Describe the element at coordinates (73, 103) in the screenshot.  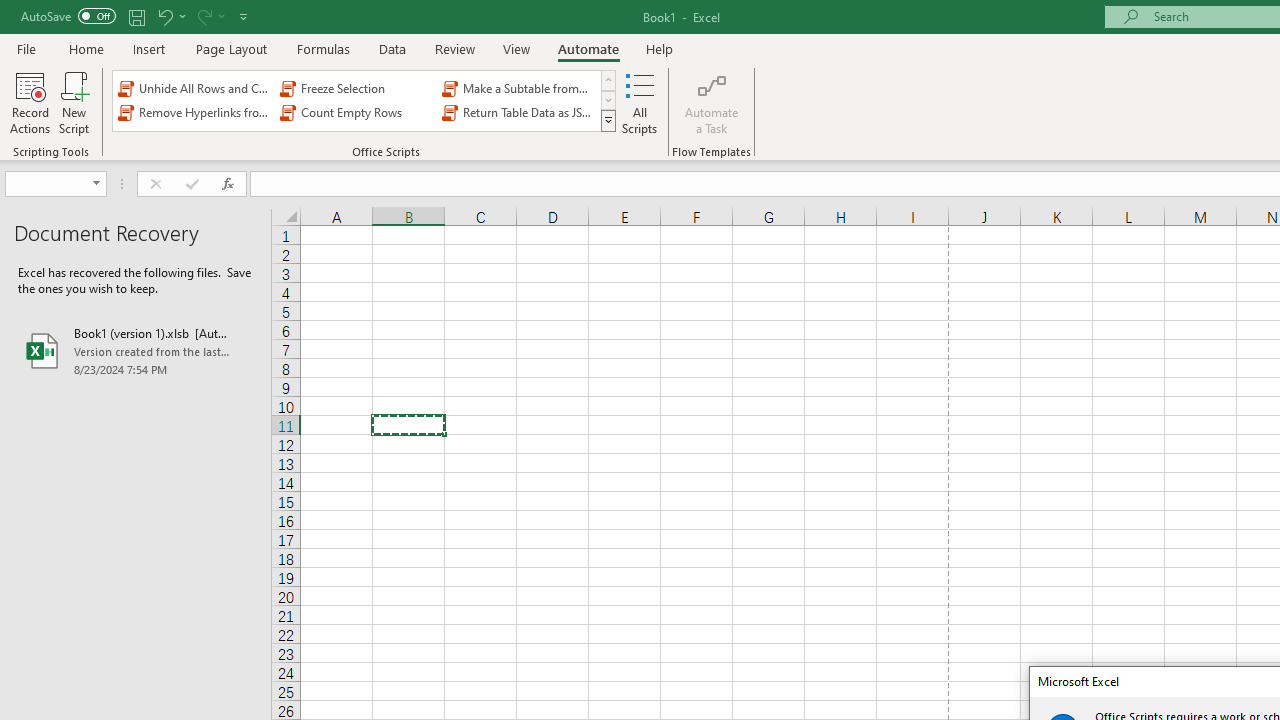
I see `'New Script'` at that location.